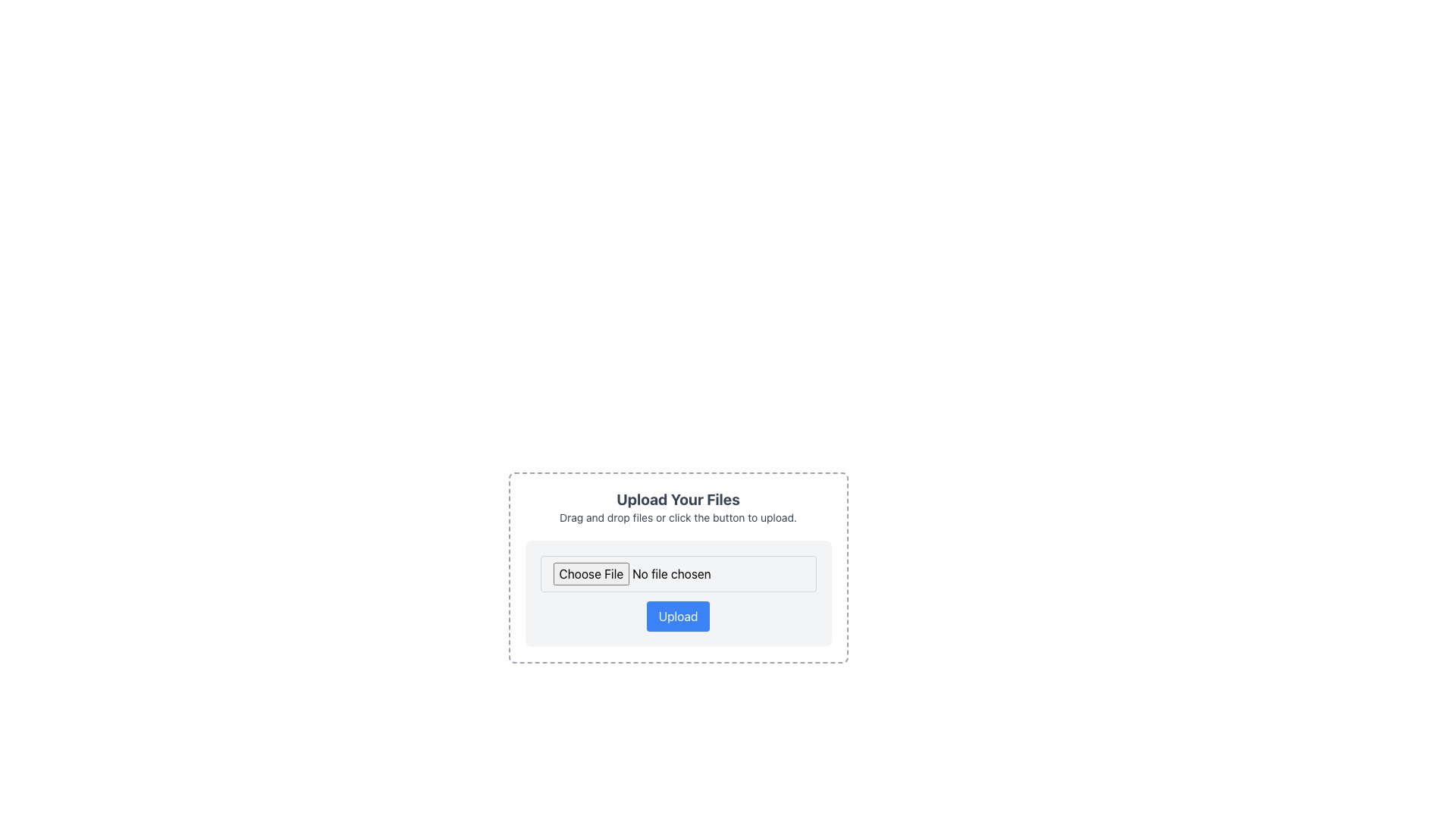 The width and height of the screenshot is (1456, 819). What do you see at coordinates (677, 617) in the screenshot?
I see `the 'Upload' button, which is a rectangular button with rounded corners, styled in blue with white text, located beneath the 'Choose File' text field` at bounding box center [677, 617].